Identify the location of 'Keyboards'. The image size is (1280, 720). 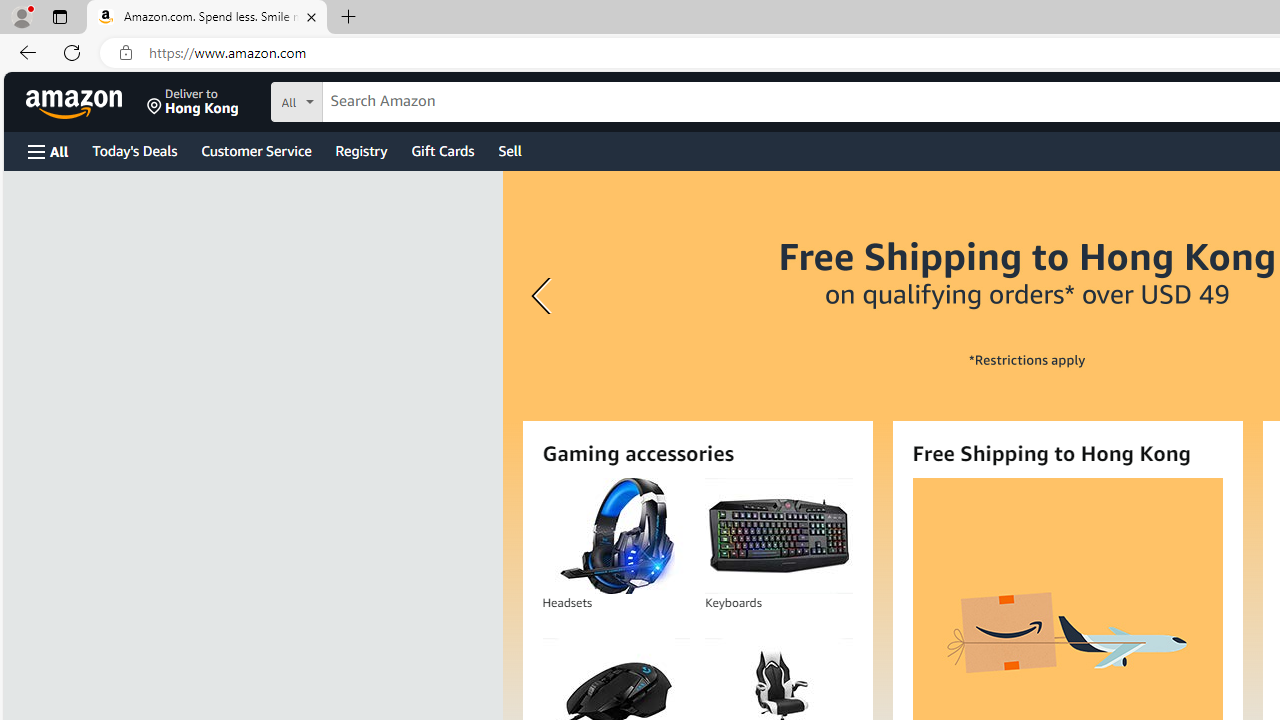
(777, 535).